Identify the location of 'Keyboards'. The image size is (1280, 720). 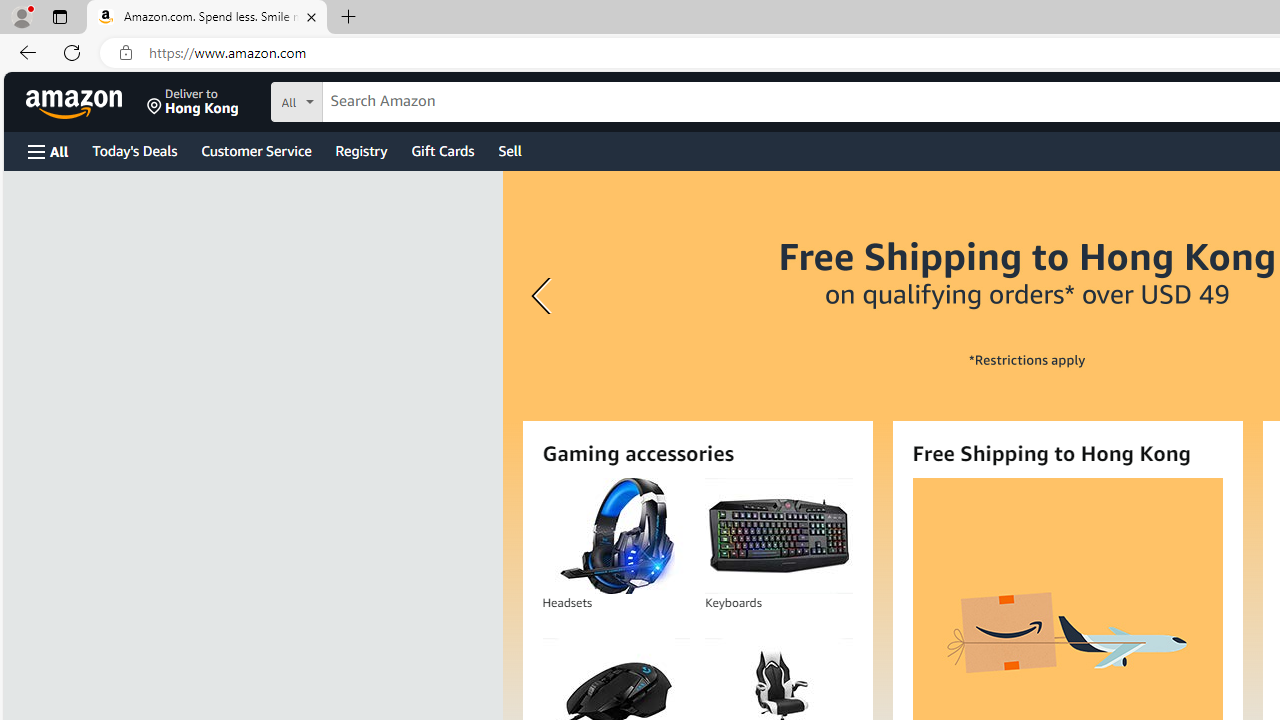
(777, 535).